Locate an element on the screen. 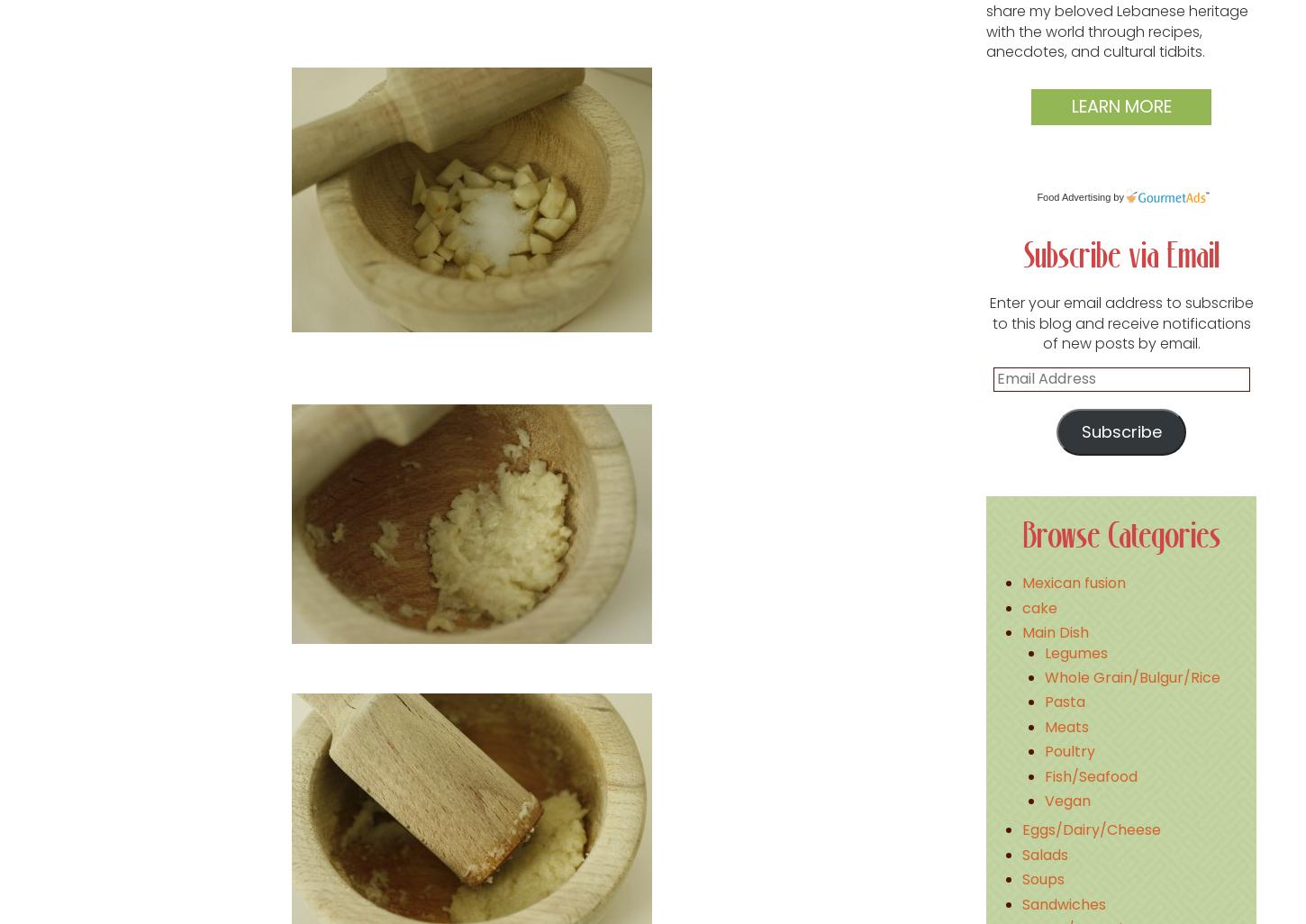  'Legumes' is located at coordinates (1075, 652).